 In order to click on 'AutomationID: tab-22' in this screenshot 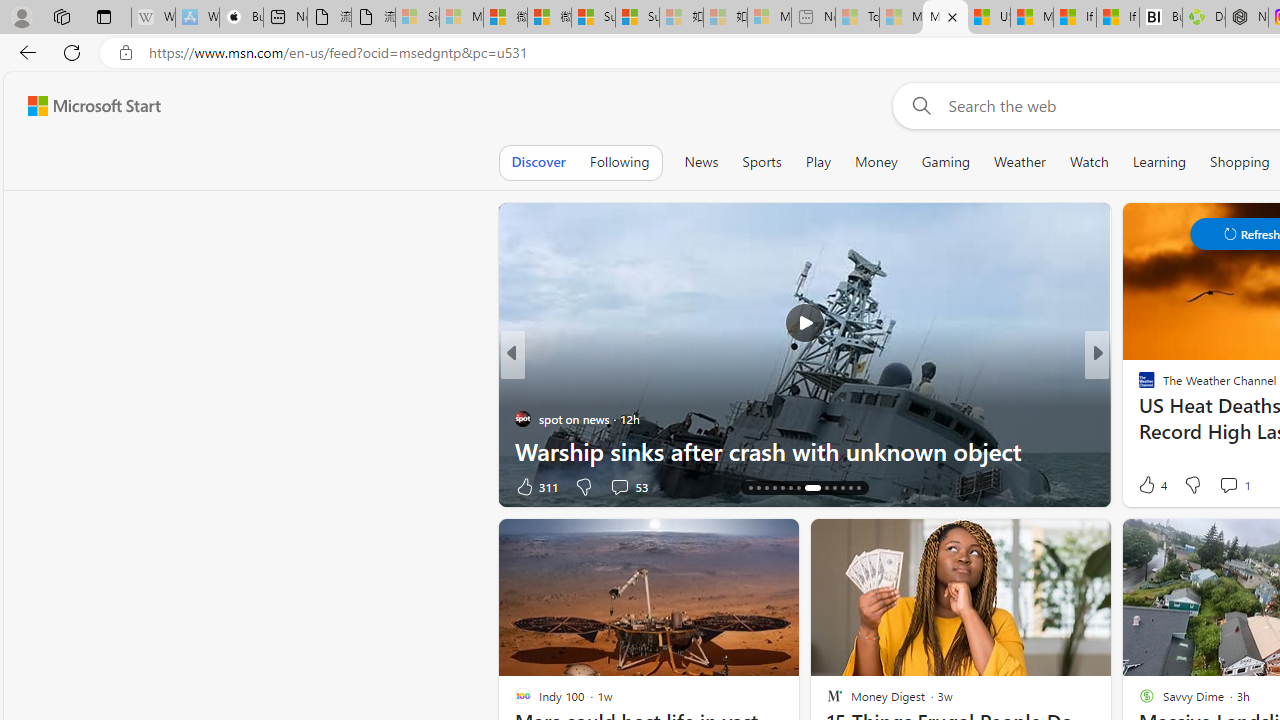, I will do `click(826, 488)`.